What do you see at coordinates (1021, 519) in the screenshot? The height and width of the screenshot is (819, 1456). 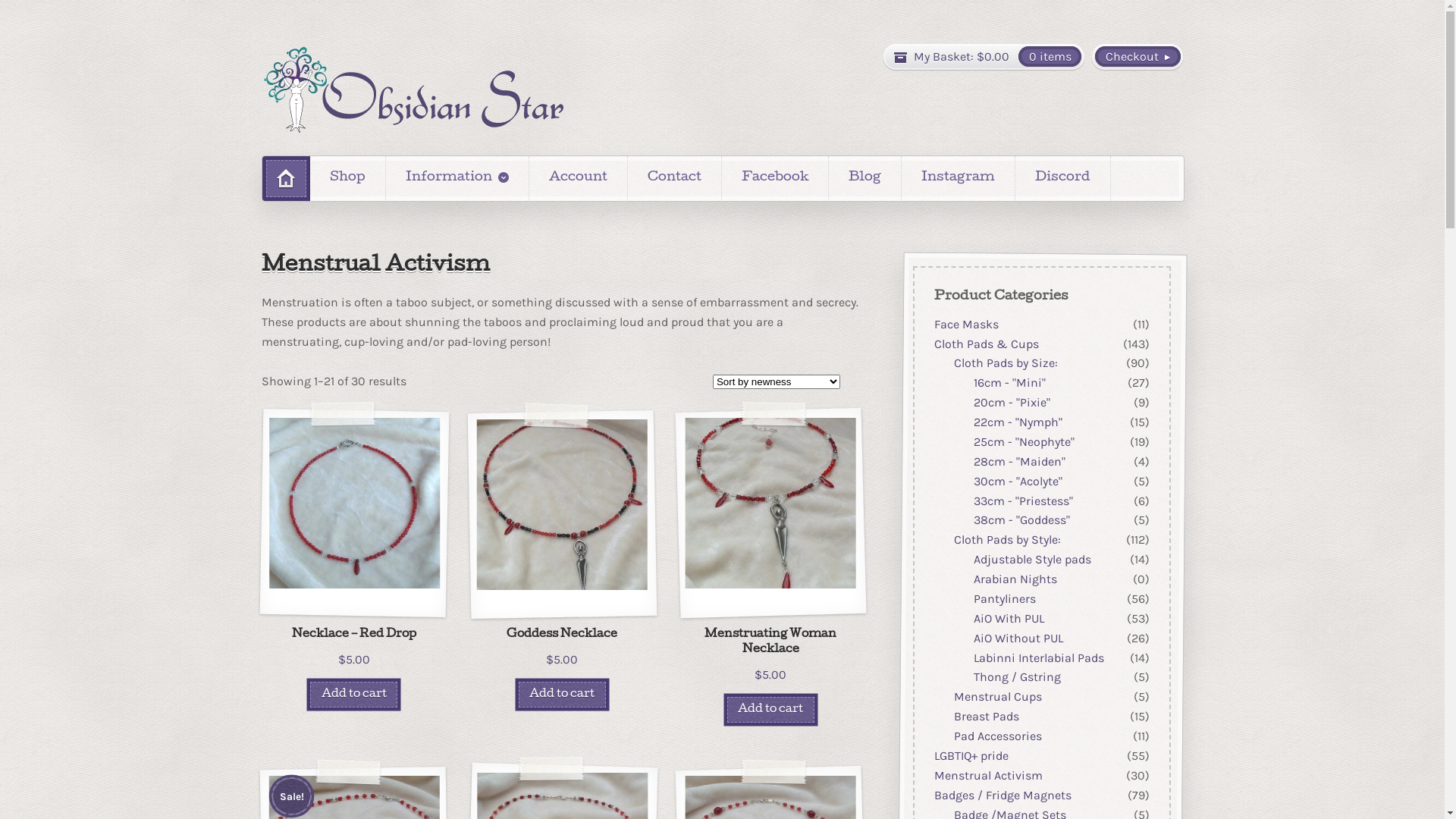 I see `'38cm - "Goddess"'` at bounding box center [1021, 519].